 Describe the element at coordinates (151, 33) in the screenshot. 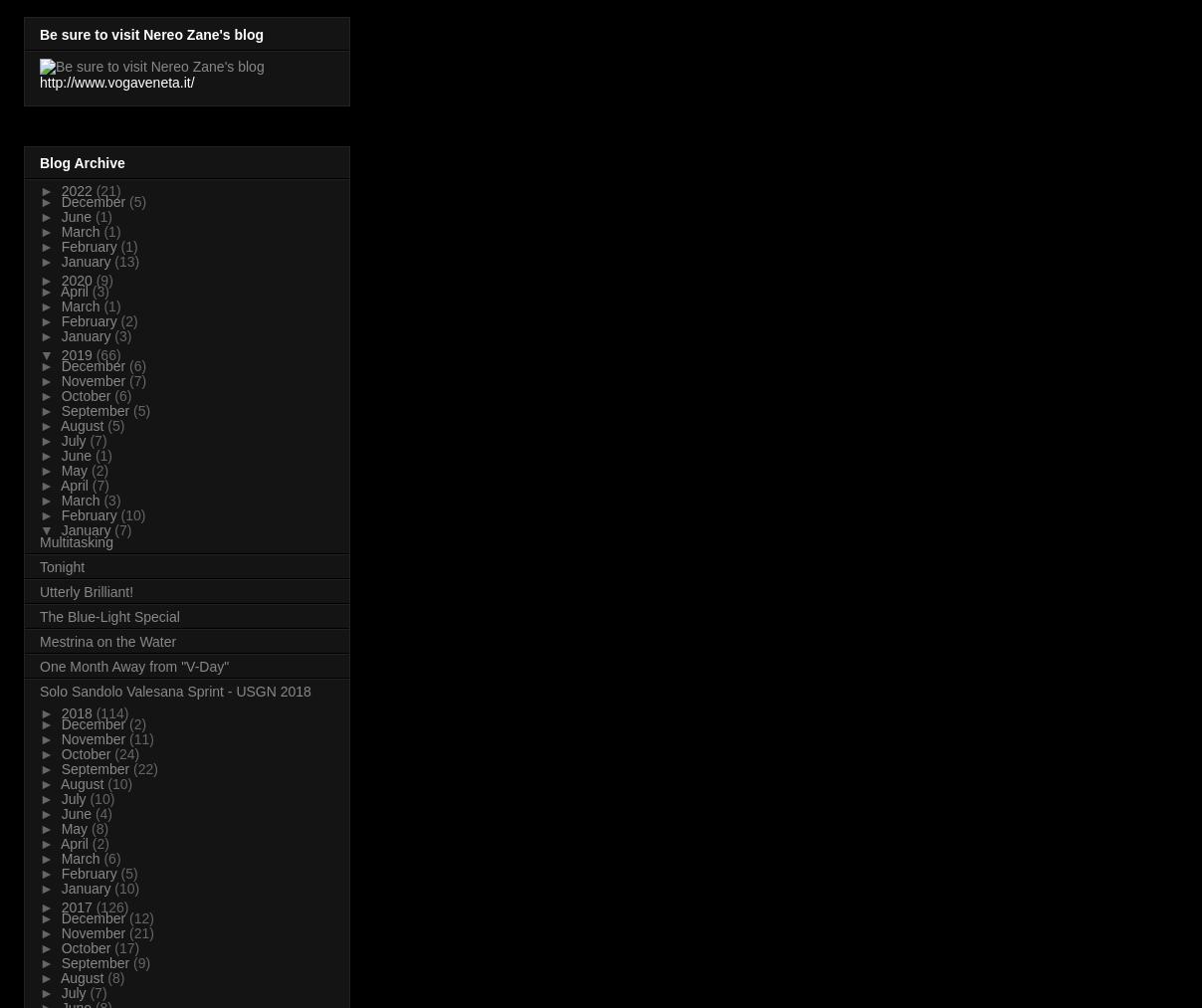

I see `'Be sure to visit Nereo Zane's blog'` at that location.